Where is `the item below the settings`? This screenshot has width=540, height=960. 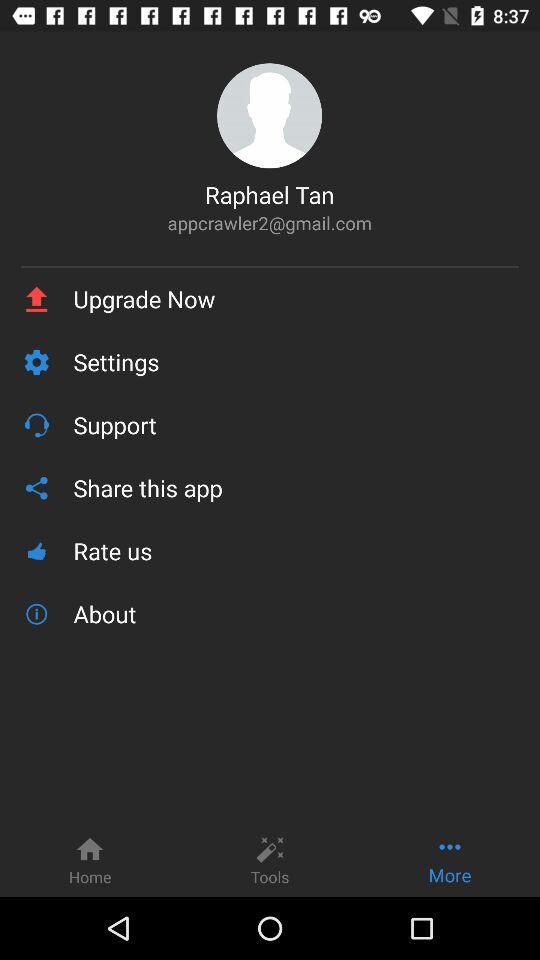 the item below the settings is located at coordinates (295, 425).